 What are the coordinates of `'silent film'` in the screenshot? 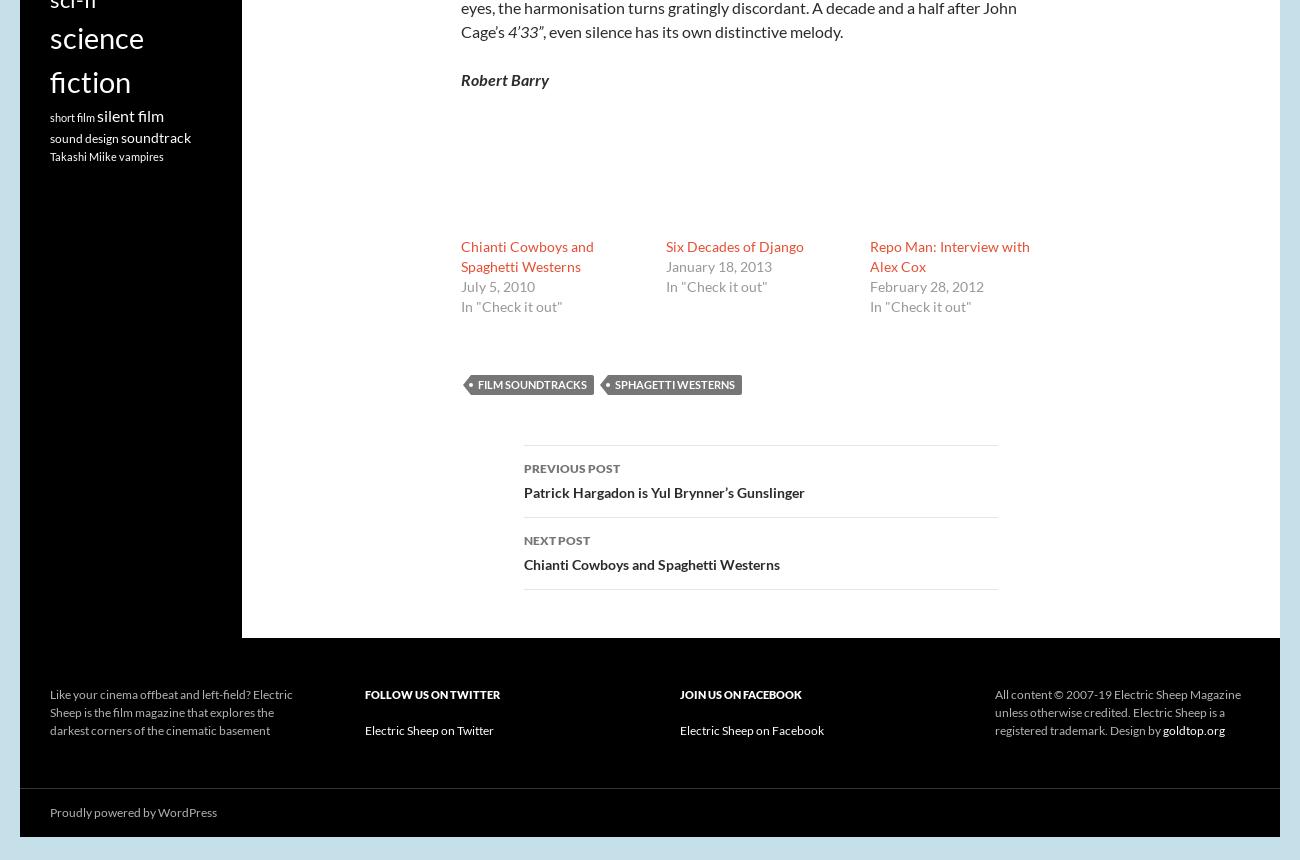 It's located at (96, 114).